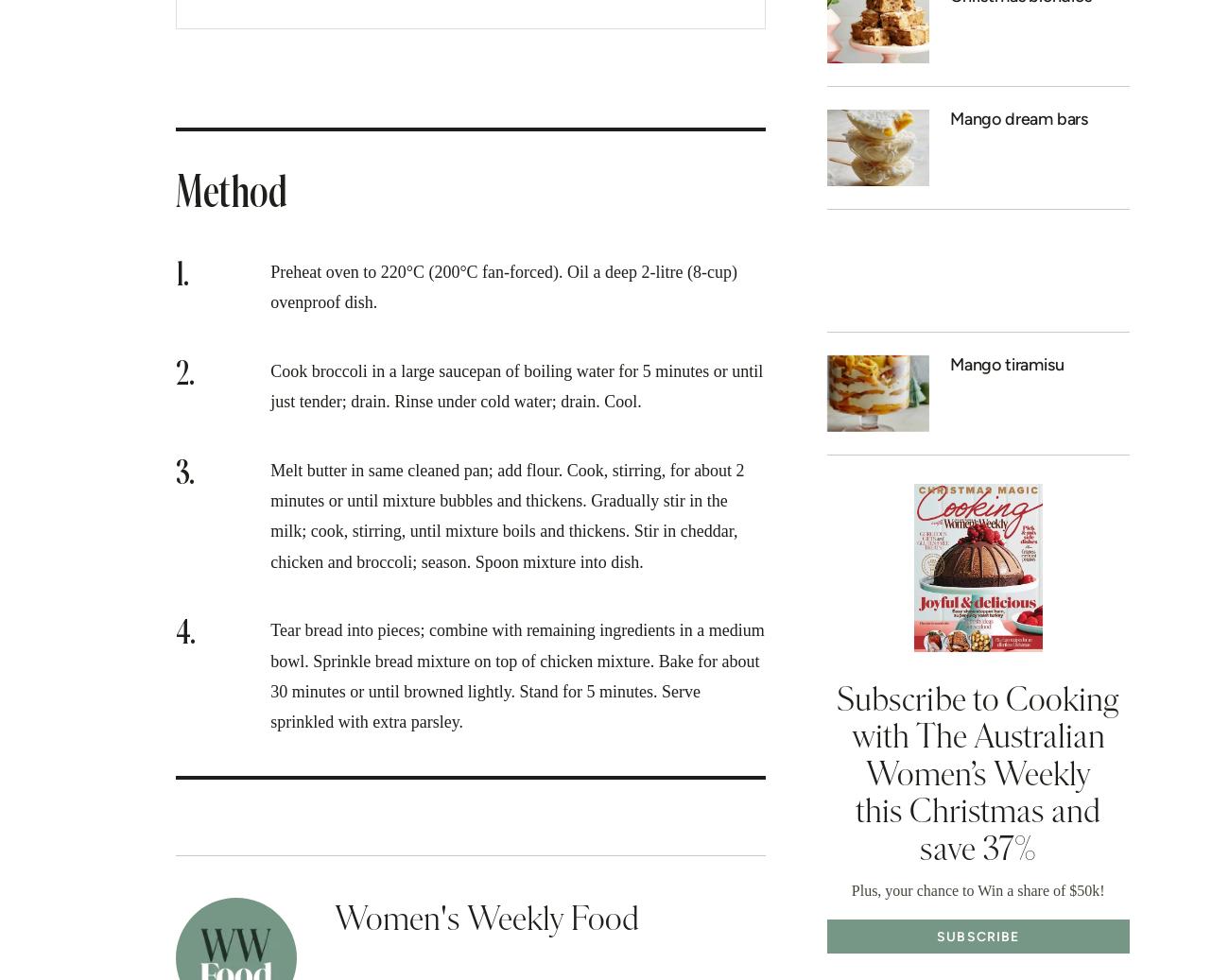  I want to click on 'Method', so click(176, 193).